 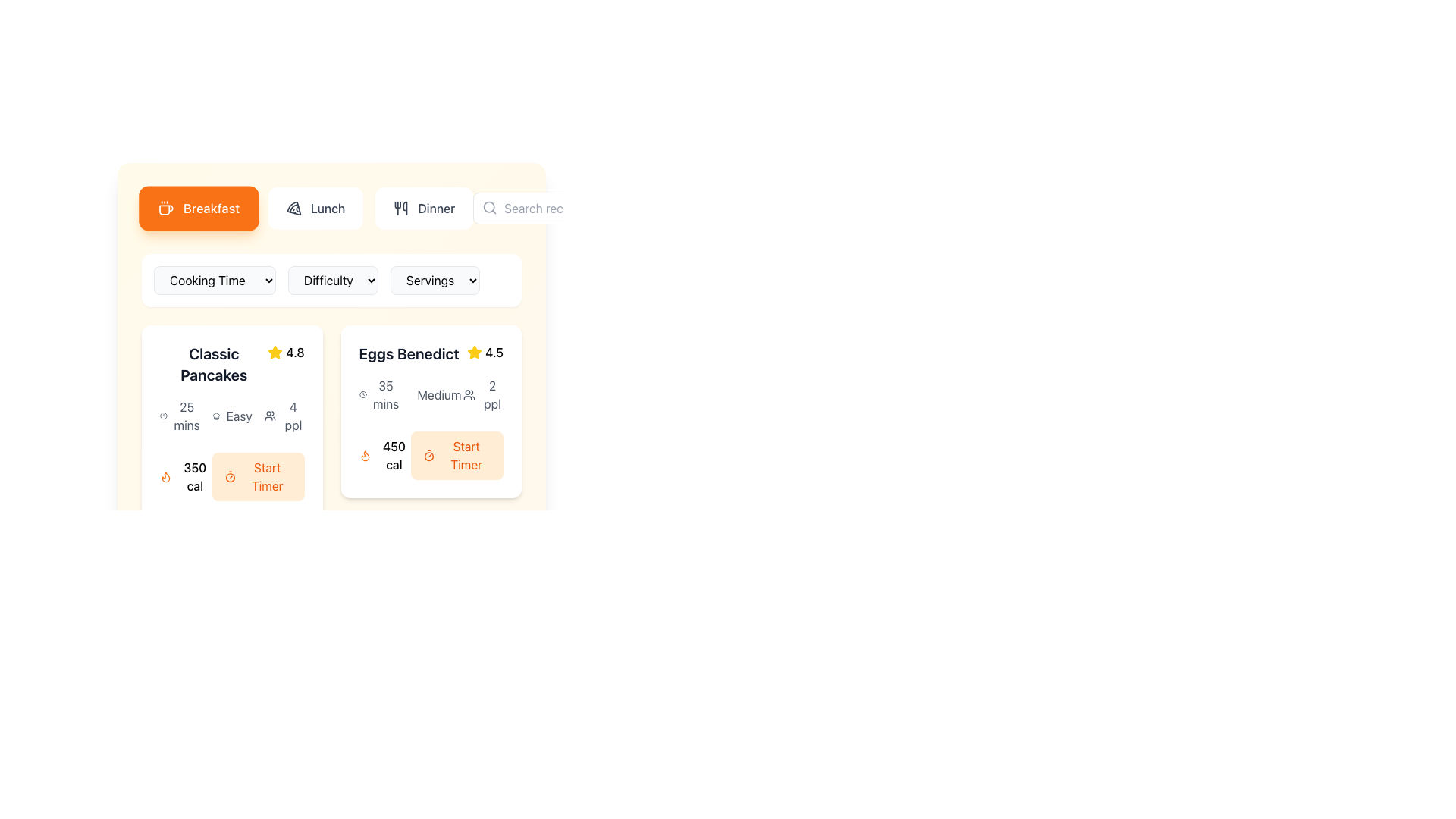 I want to click on the chef's hat icon located next to the text 'Easy', which indicates a recipe's difficulty level, so click(x=215, y=416).